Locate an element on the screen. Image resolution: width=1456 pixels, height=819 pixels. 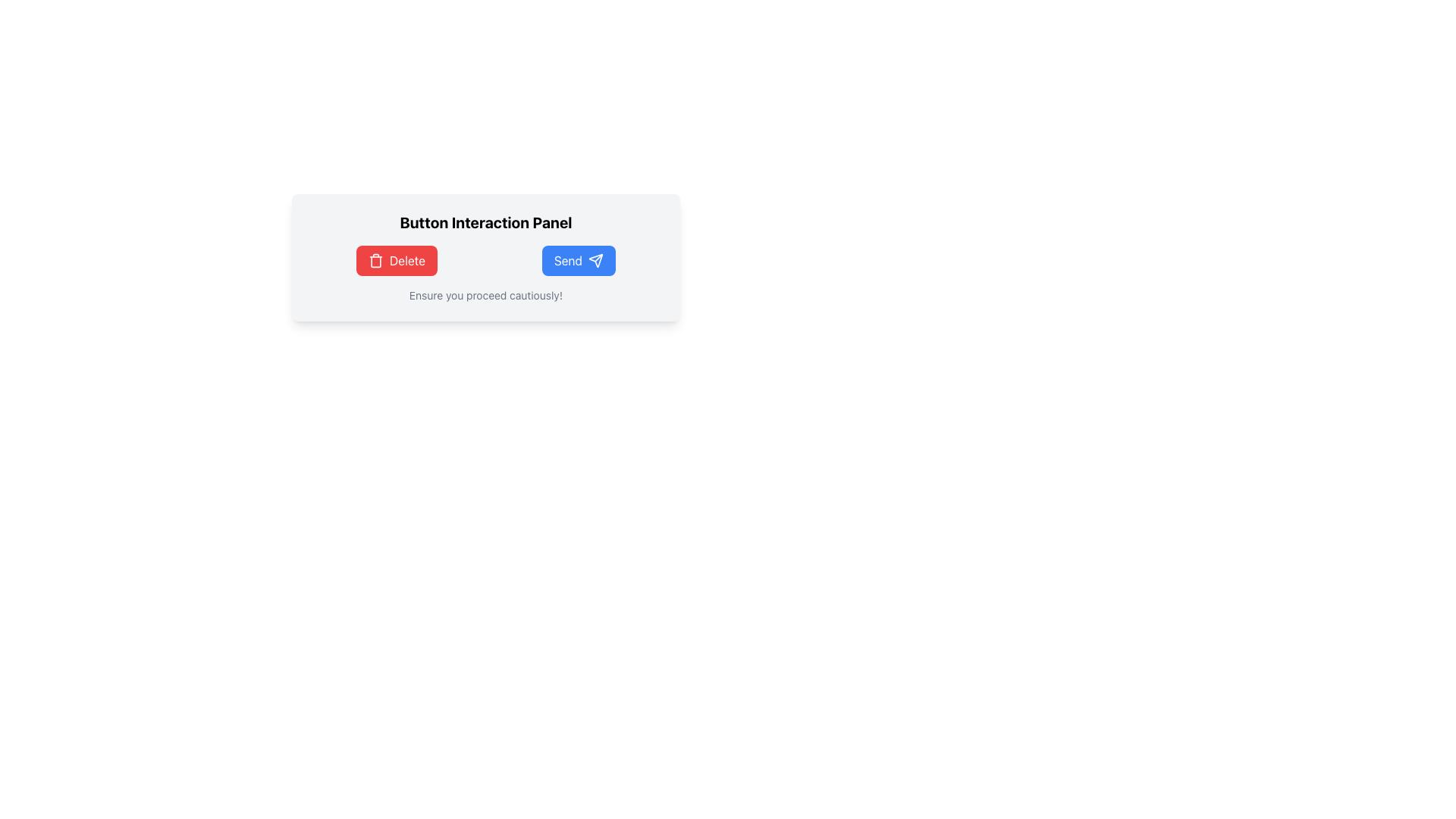
the 'Delete' button, which is a red button with white text is located at coordinates (407, 259).